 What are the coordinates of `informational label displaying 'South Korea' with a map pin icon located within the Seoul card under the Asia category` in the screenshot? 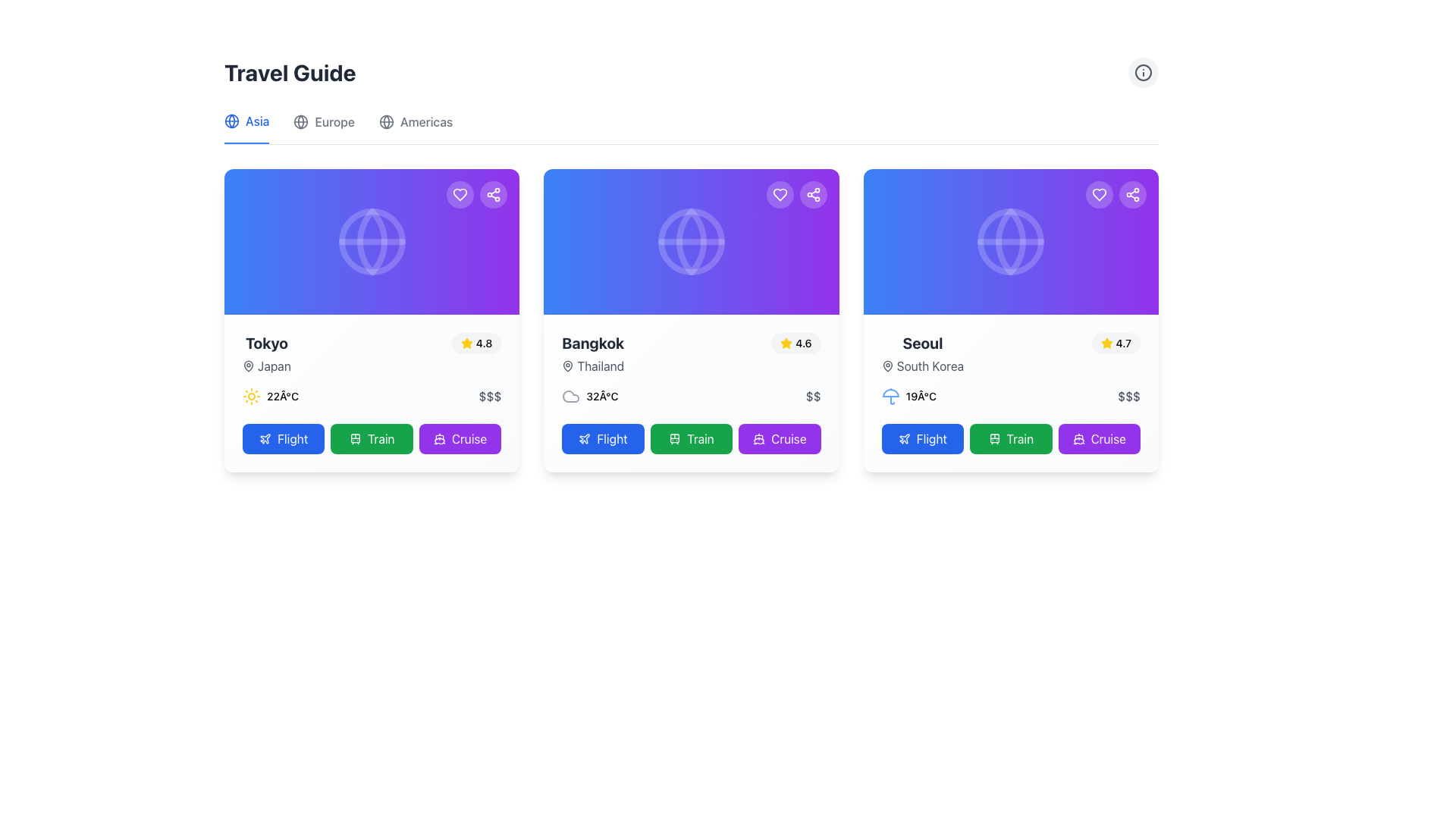 It's located at (921, 366).